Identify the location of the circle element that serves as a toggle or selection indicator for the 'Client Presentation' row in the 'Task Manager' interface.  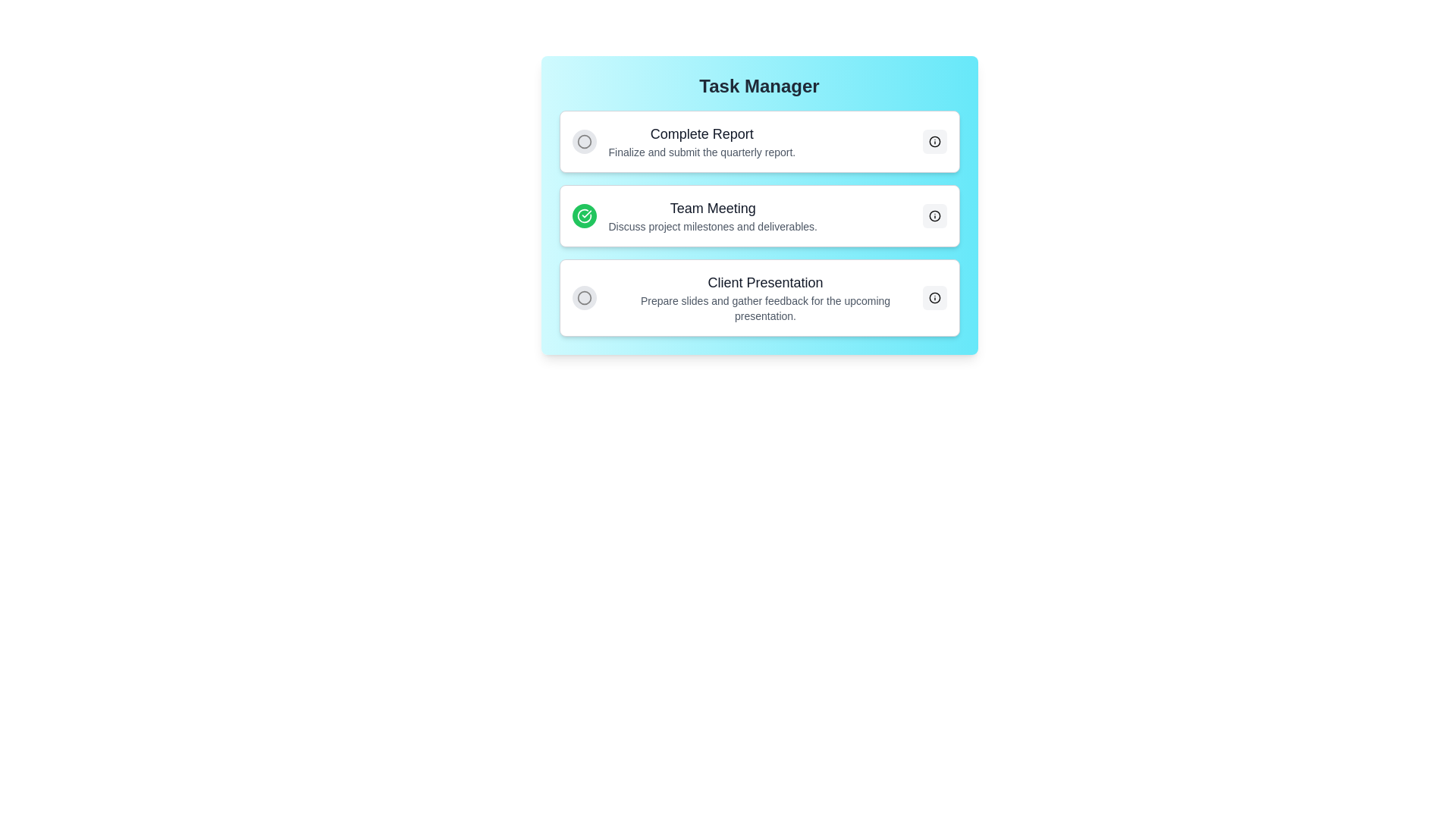
(583, 141).